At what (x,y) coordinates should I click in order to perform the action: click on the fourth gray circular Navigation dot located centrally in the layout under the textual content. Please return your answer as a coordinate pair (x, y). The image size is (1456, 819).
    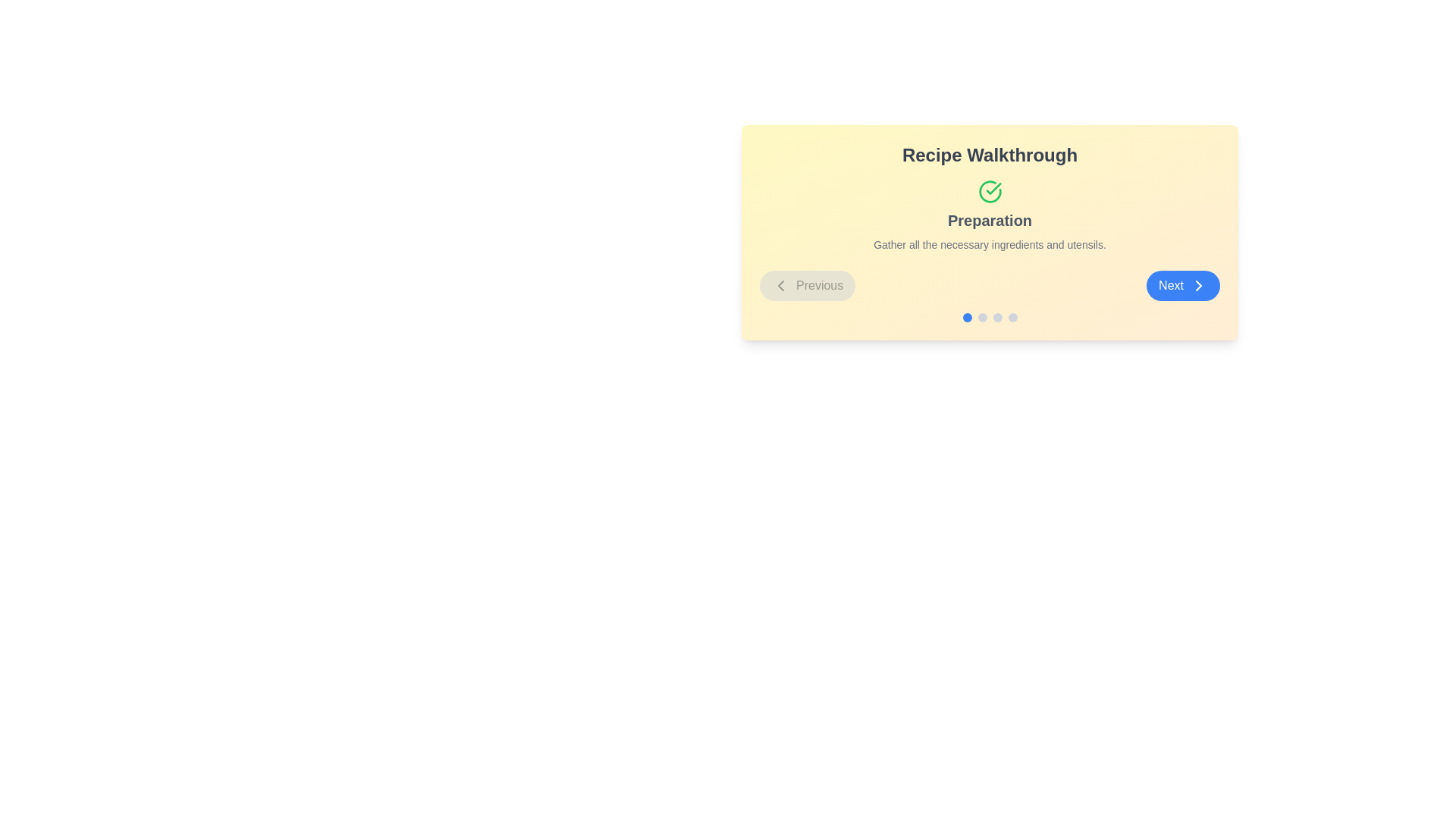
    Looking at the image, I should click on (1012, 317).